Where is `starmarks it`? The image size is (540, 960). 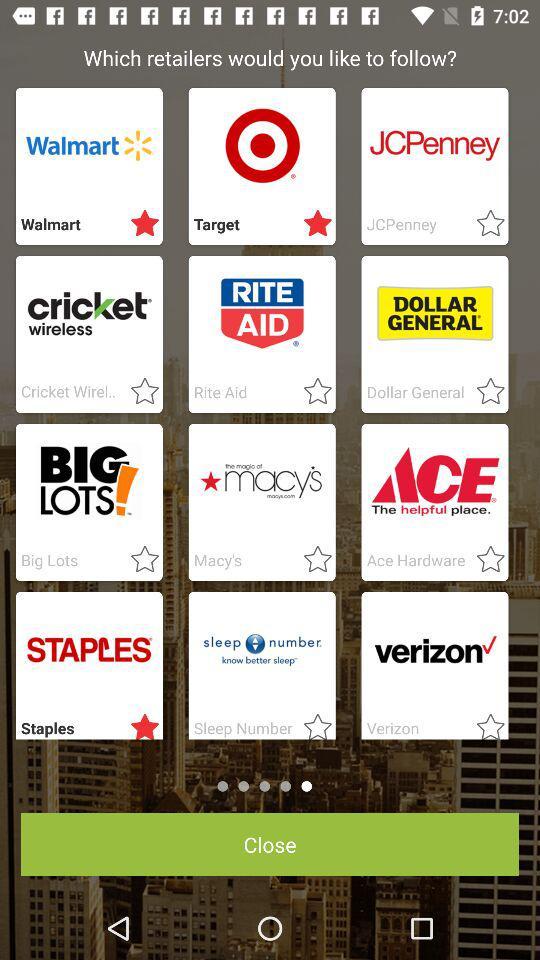 starmarks it is located at coordinates (483, 224).